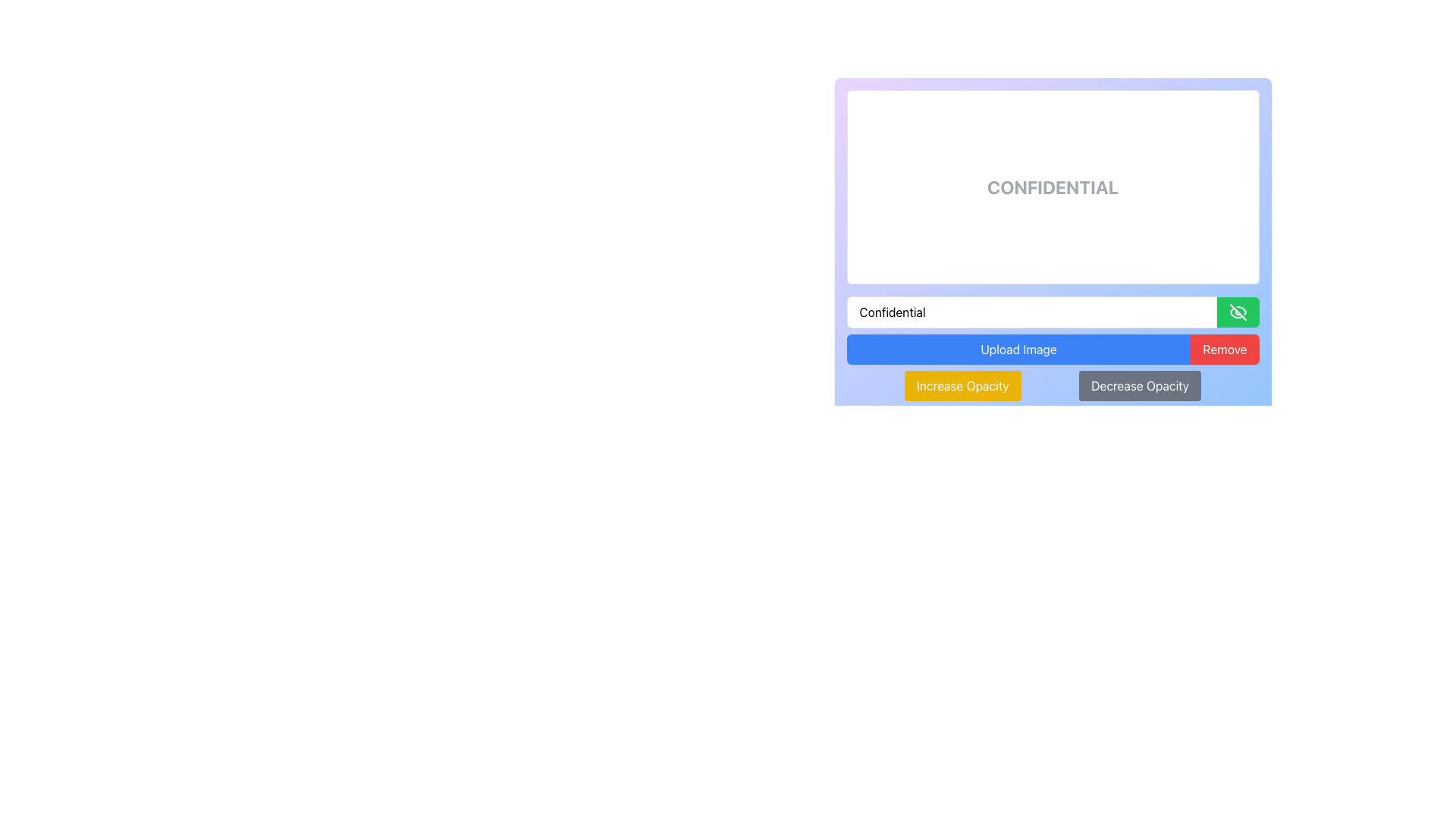  Describe the element at coordinates (1018, 350) in the screenshot. I see `the 'Upload Image' button` at that location.